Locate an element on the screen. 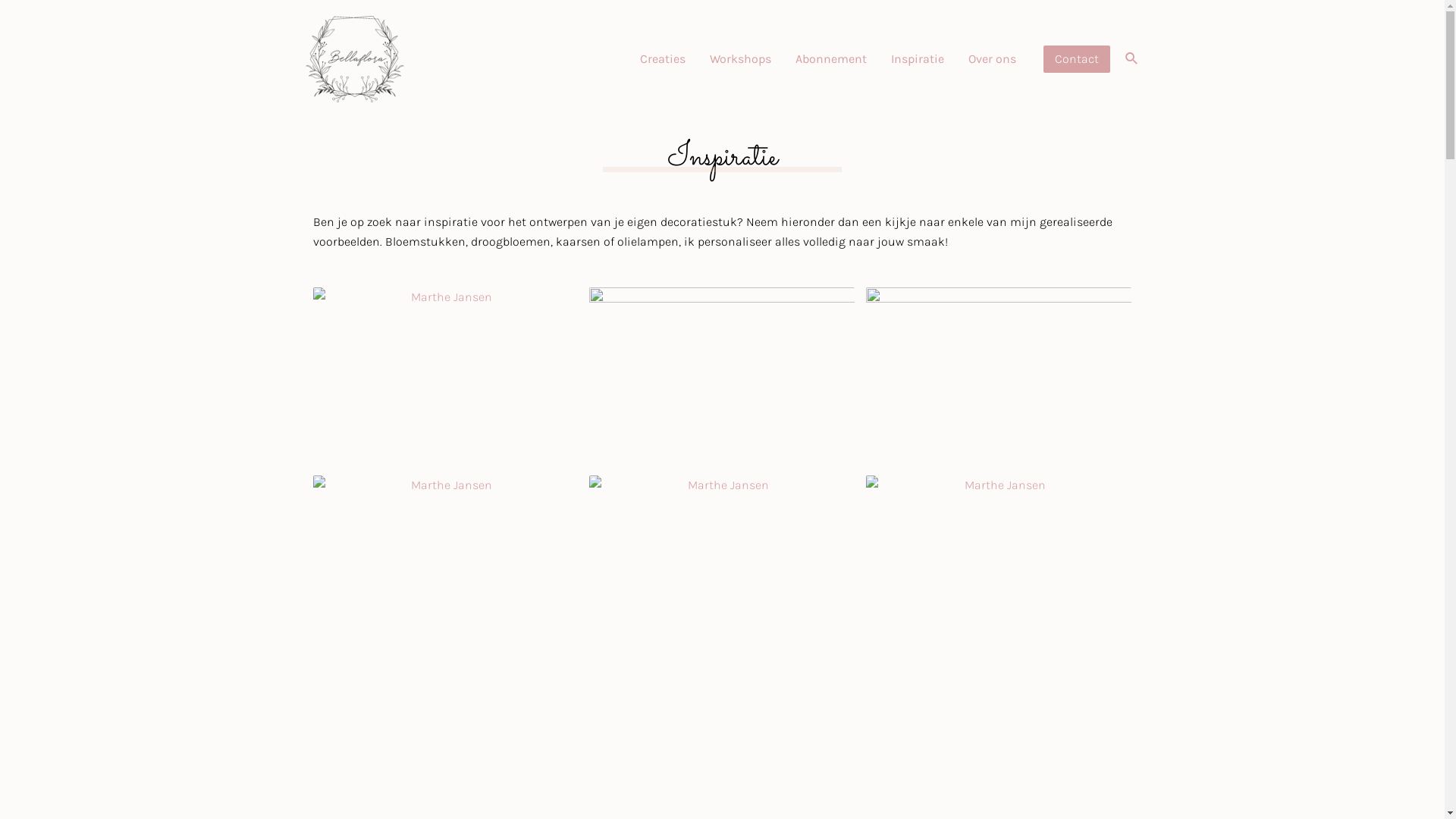 The image size is (1456, 819). 'Zoeken' is located at coordinates (1131, 58).